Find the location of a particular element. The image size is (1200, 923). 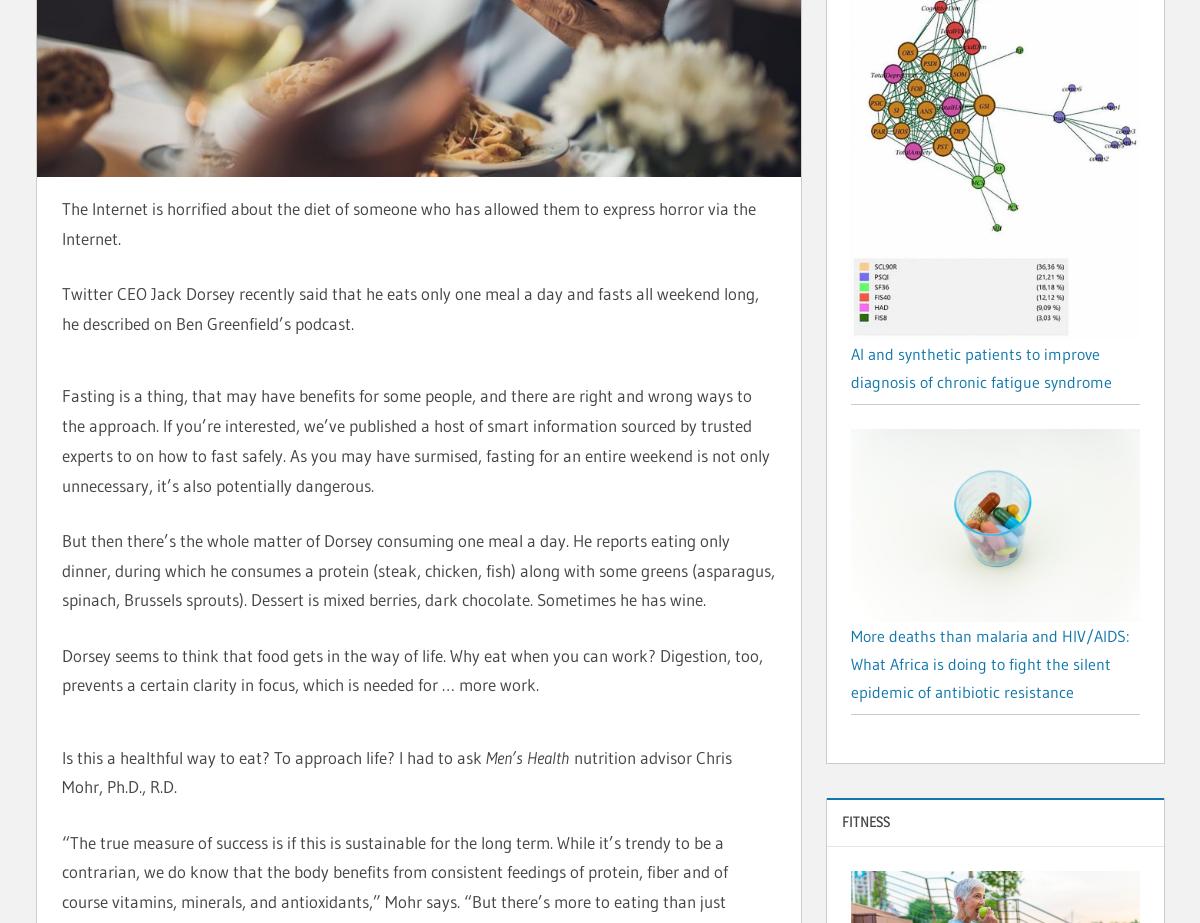

'The Internet is horrified about the diet of someone who has allowed them to express horror via the Internet.' is located at coordinates (408, 223).